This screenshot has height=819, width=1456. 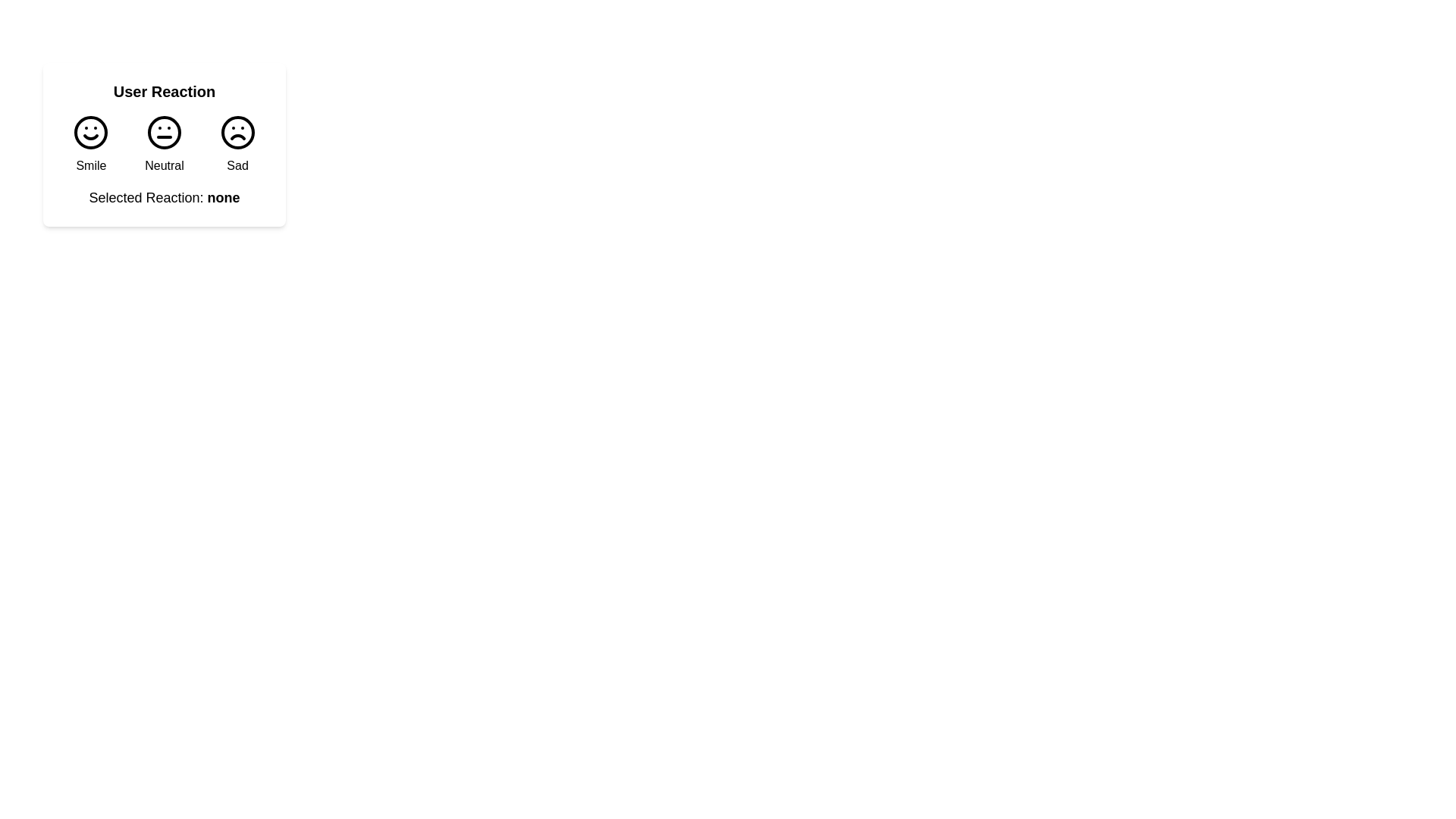 I want to click on the circular icon with a frowning face, so click(x=237, y=131).